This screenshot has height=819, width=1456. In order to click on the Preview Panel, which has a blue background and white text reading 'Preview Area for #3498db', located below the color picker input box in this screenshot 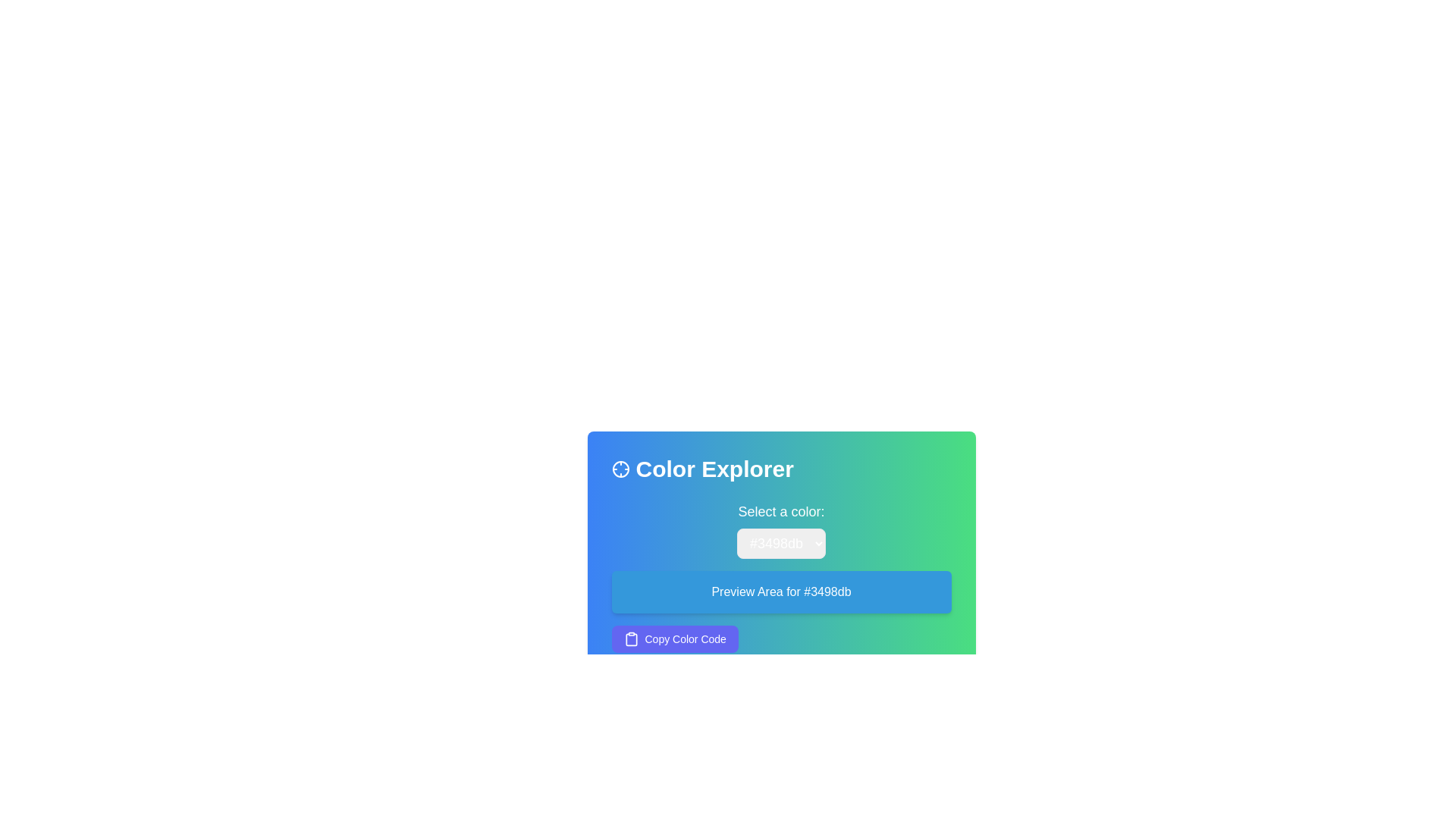, I will do `click(781, 591)`.